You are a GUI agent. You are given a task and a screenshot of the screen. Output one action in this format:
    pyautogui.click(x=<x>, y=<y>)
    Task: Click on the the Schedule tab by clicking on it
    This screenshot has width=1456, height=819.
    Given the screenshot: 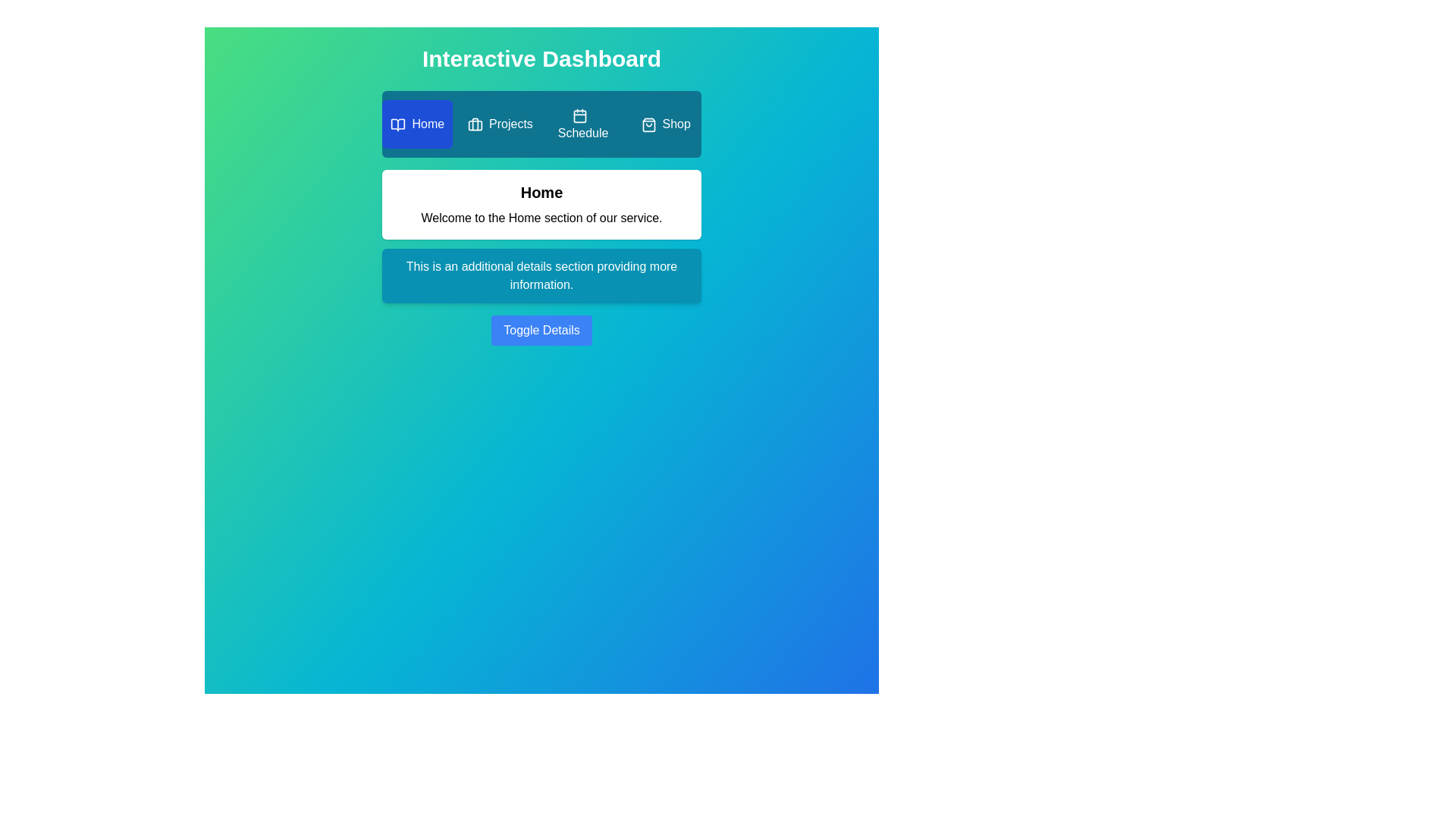 What is the action you would take?
    pyautogui.click(x=582, y=124)
    